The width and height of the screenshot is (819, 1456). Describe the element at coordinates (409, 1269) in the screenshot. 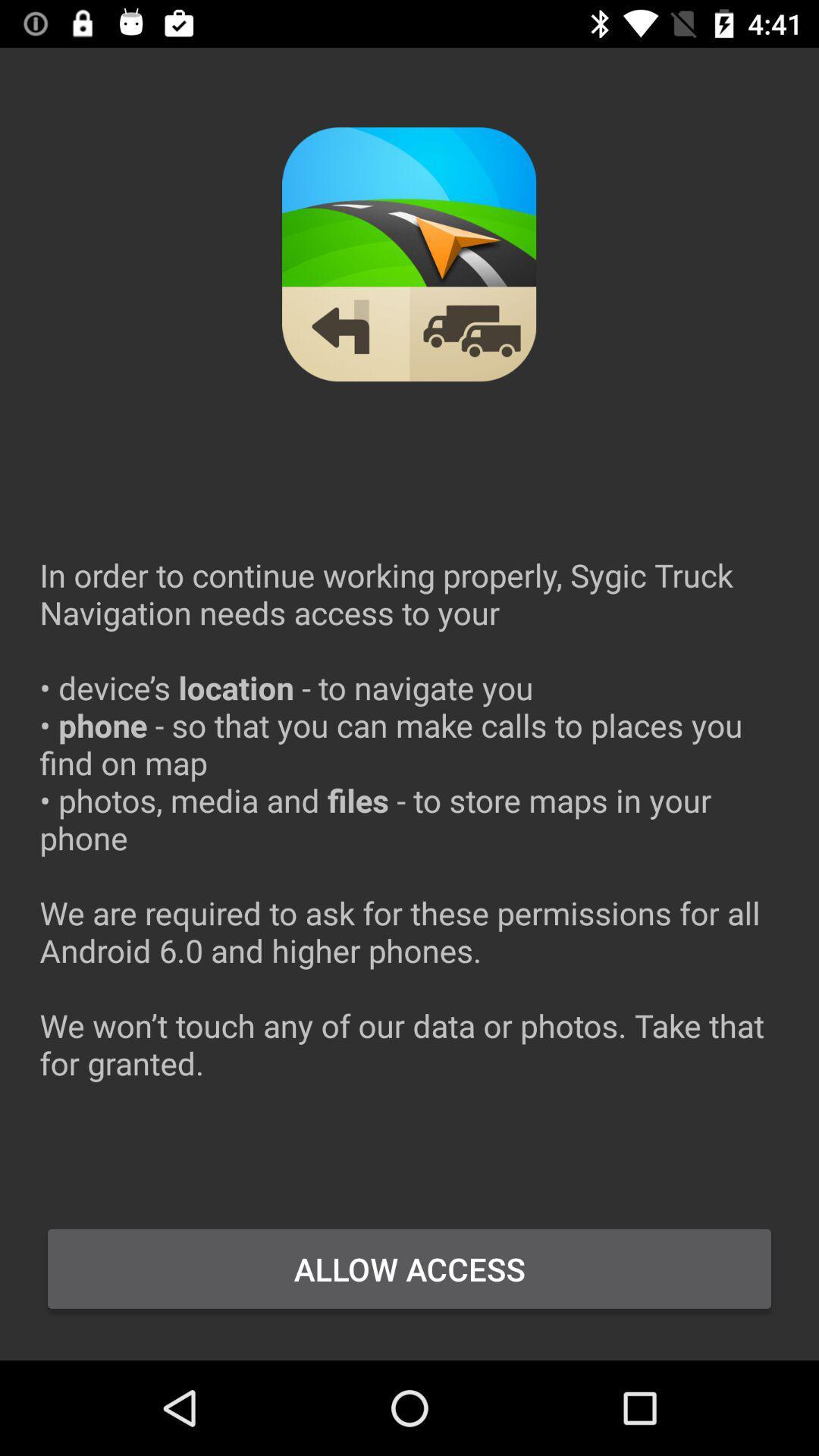

I see `allow access item` at that location.